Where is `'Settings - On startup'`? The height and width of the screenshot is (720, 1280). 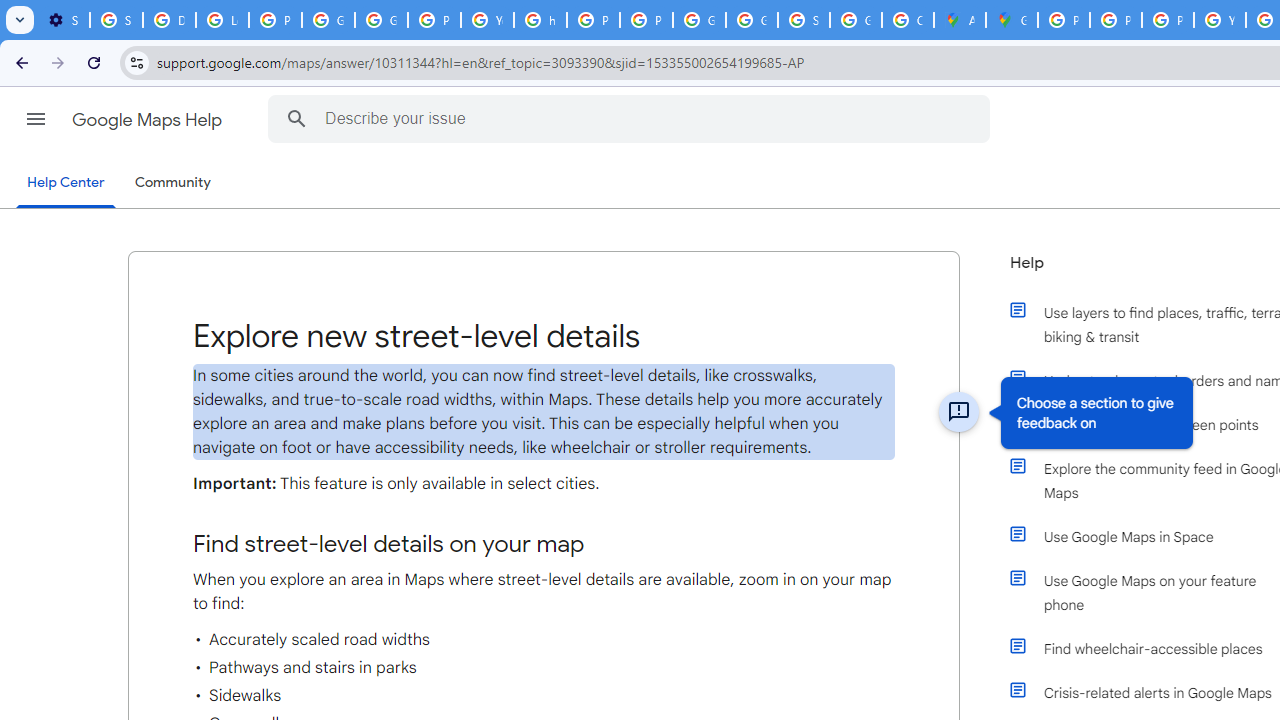
'Settings - On startup' is located at coordinates (63, 20).